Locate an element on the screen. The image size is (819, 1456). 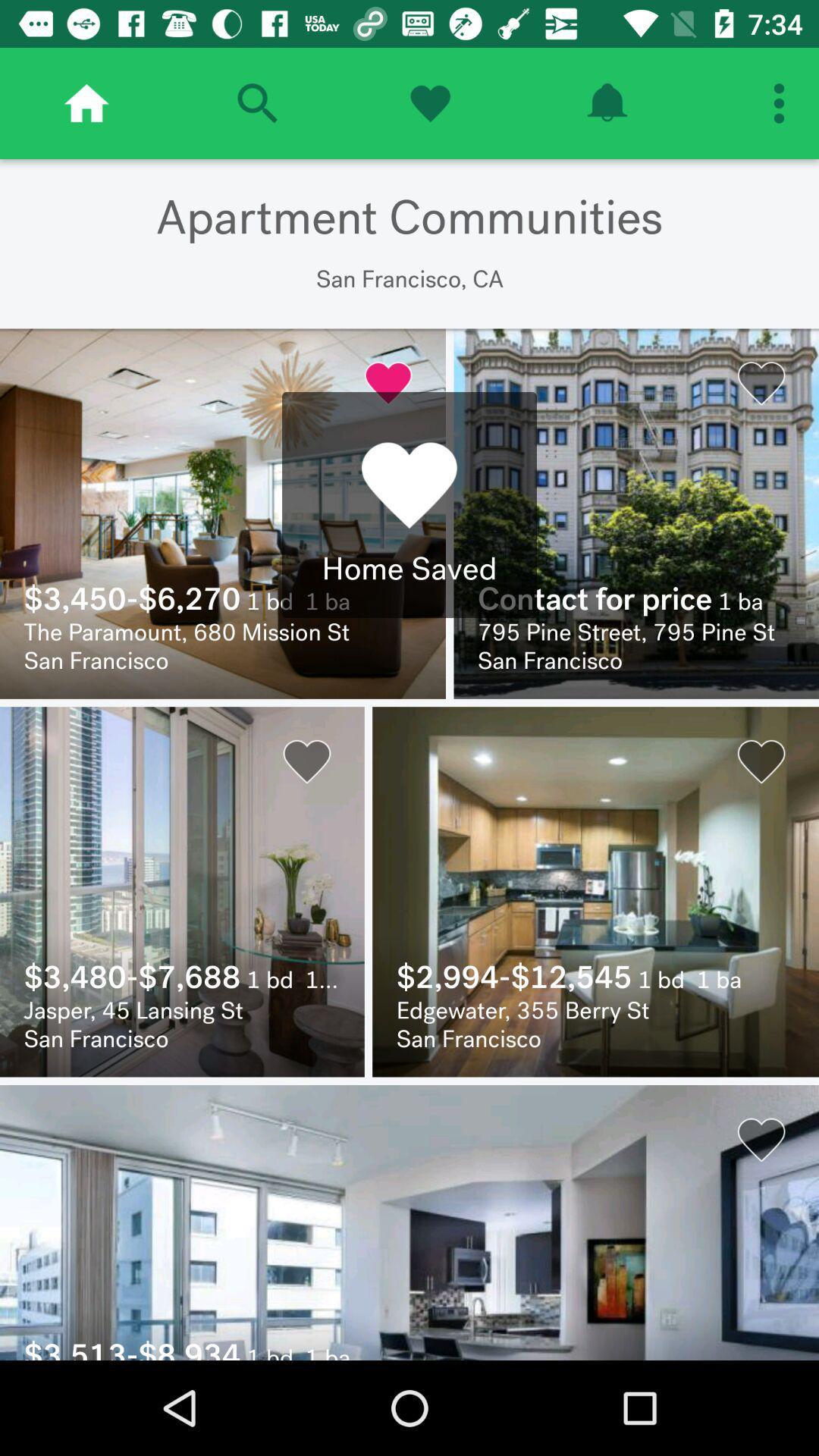
the home page is located at coordinates (86, 102).